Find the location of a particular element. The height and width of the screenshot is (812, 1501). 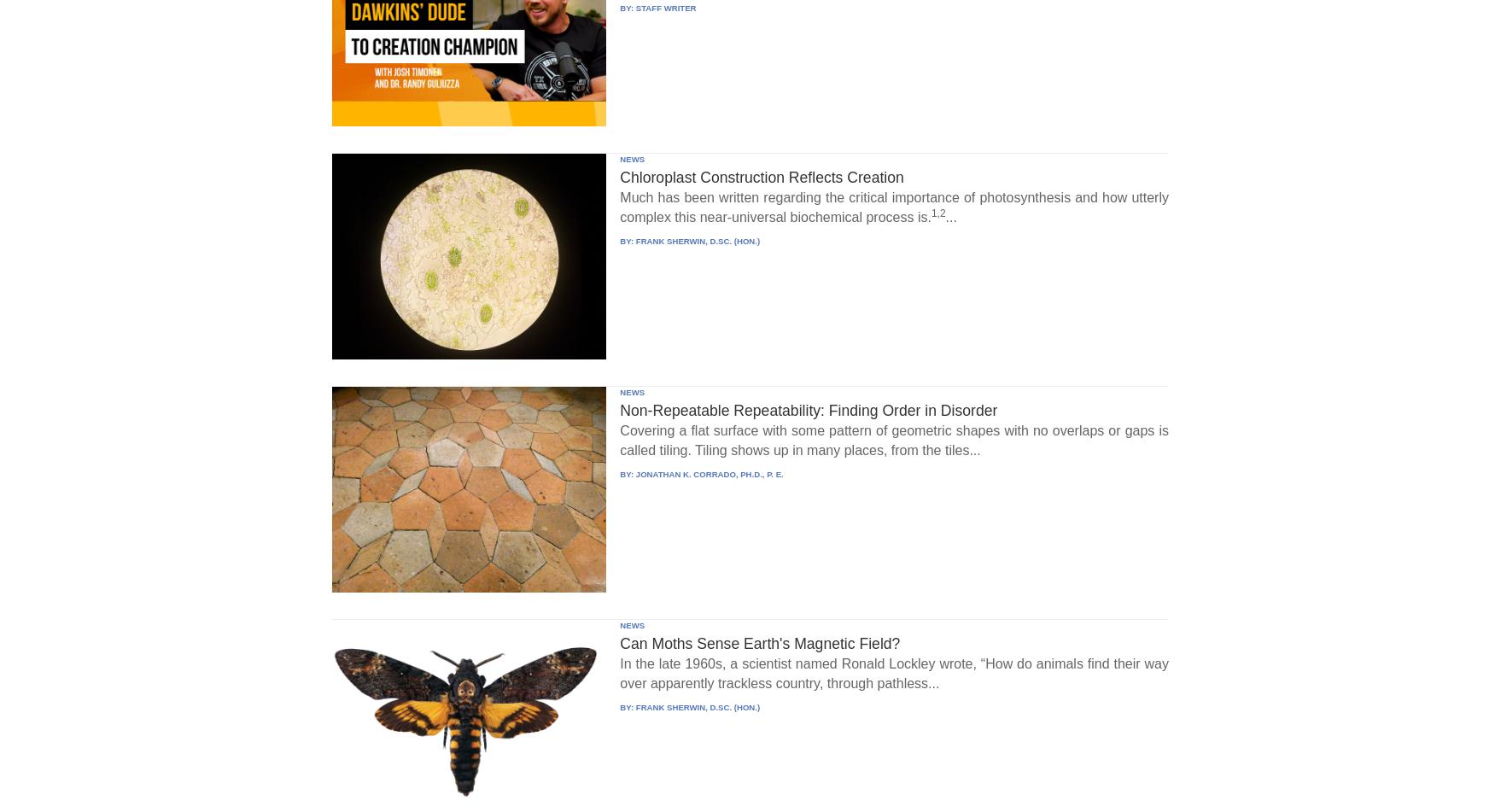

'Non-Repeatable Repeatability: Finding Order in Disorder' is located at coordinates (809, 408).